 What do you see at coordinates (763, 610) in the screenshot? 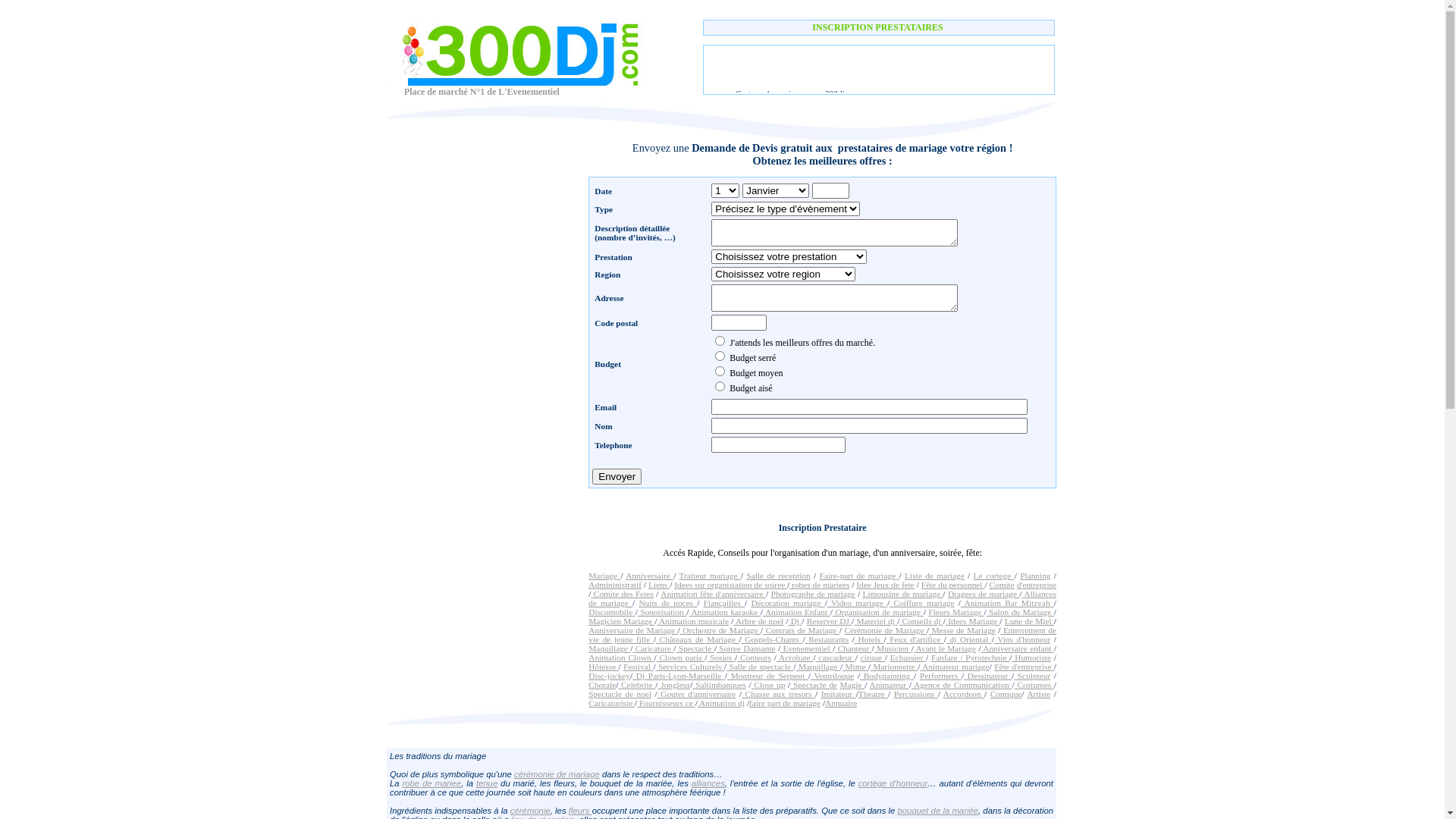
I see `'Animation Enfant'` at bounding box center [763, 610].